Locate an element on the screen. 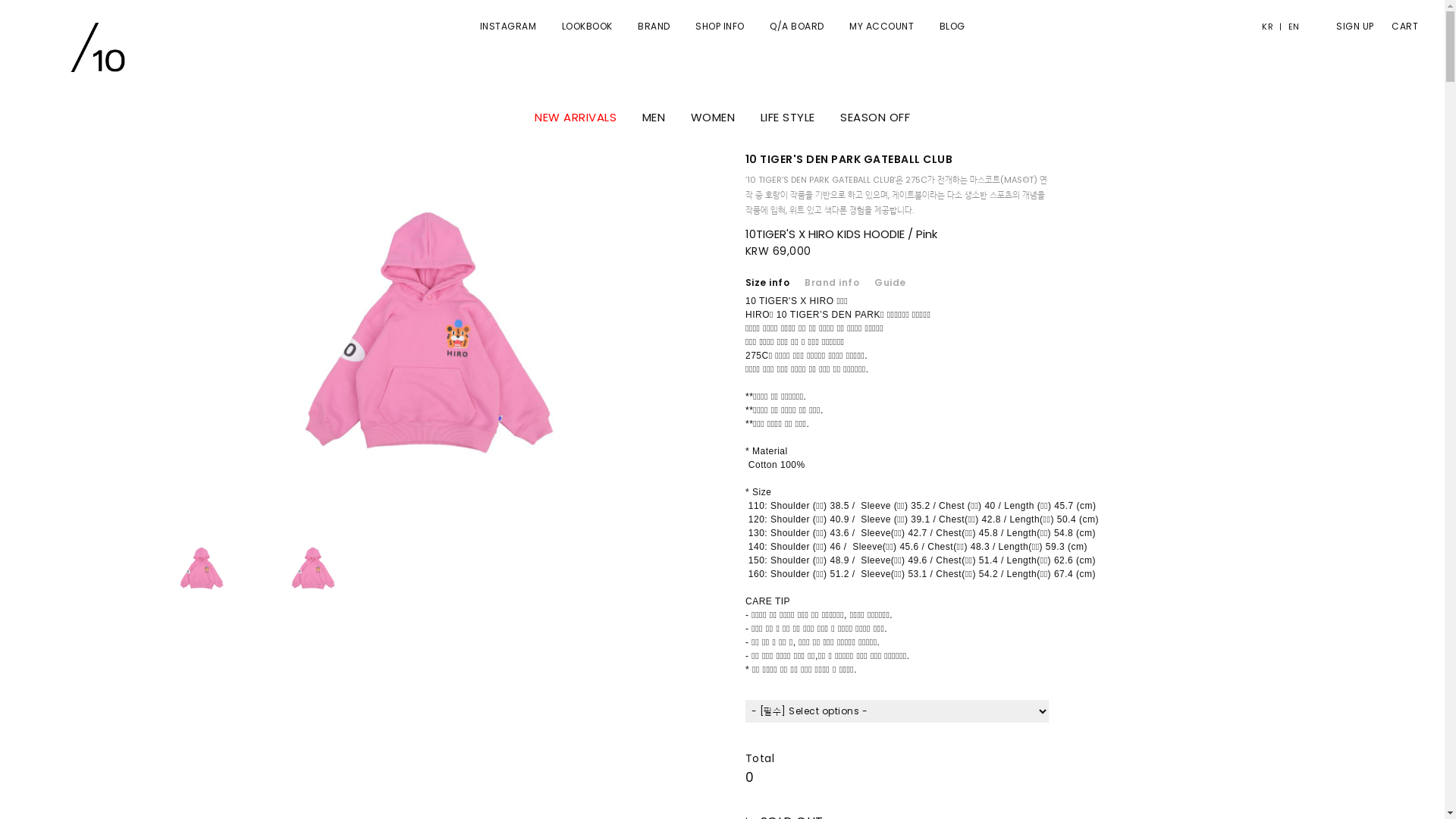 This screenshot has width=1456, height=819. 'LIFE STYLE' is located at coordinates (786, 116).